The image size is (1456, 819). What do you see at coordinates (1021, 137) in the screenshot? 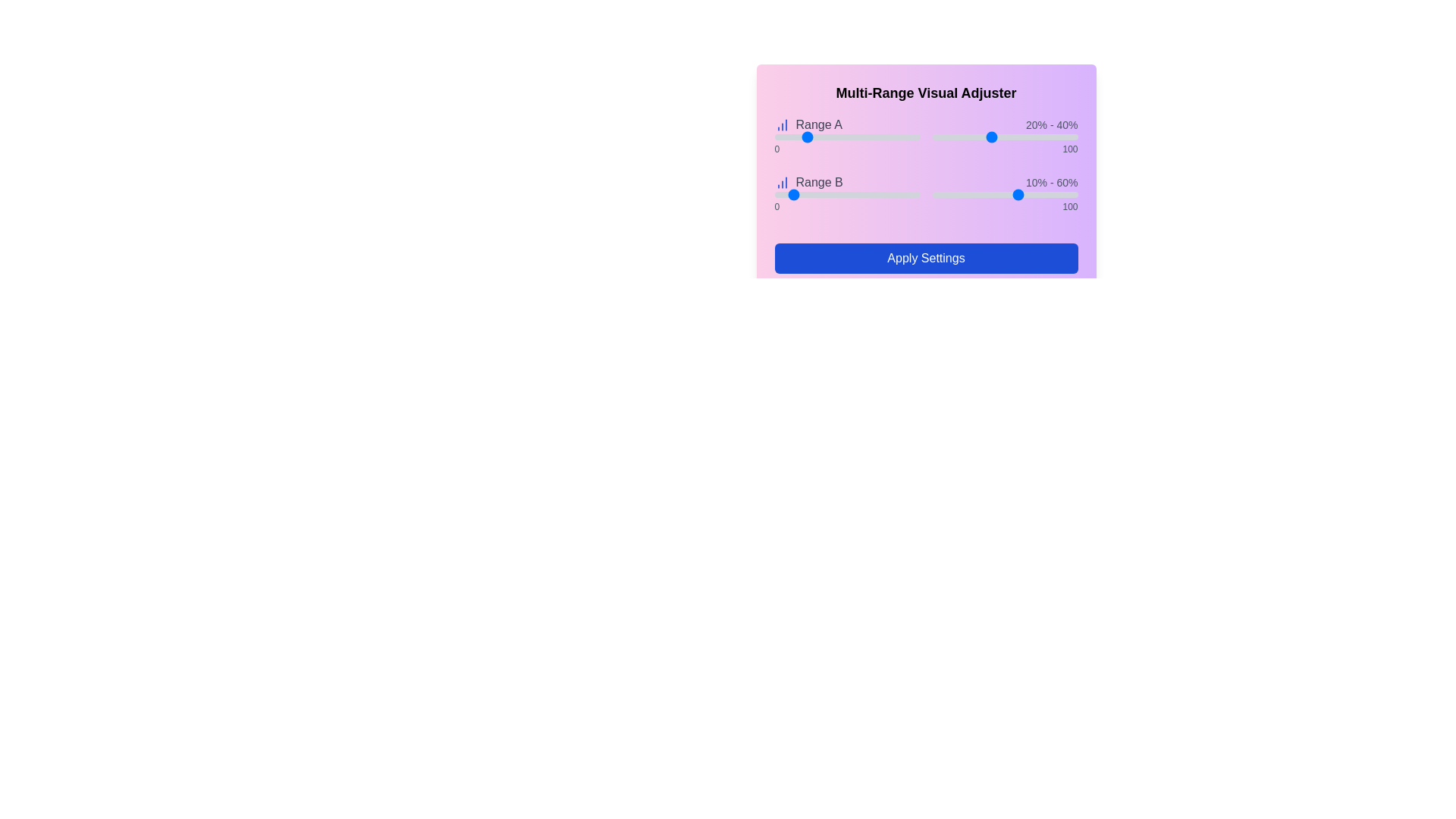
I see `the slider` at bounding box center [1021, 137].